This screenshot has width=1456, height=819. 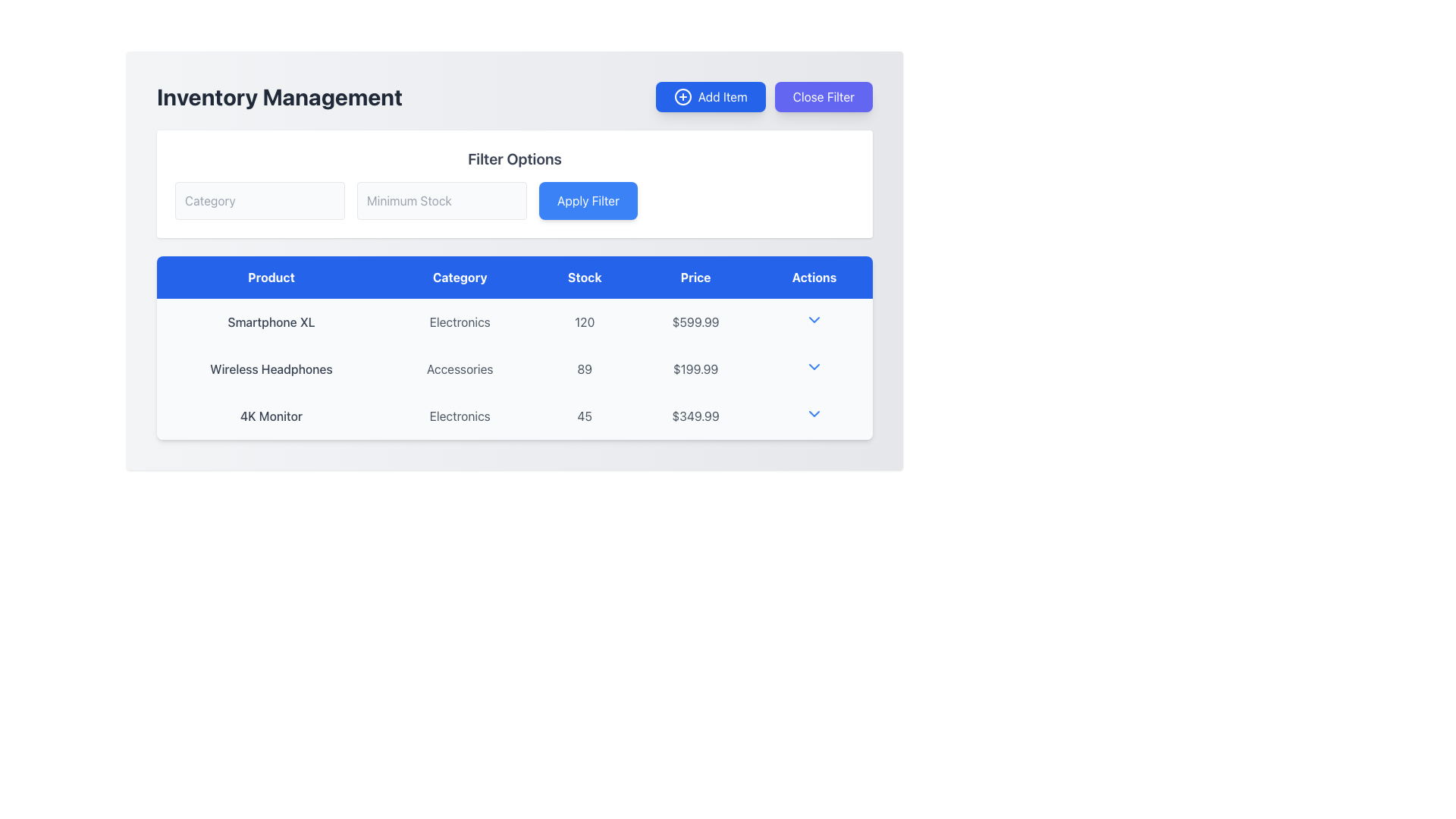 What do you see at coordinates (459, 369) in the screenshot?
I see `the Text Label that denotes the category of the product 'Wireless Headphones', positioned between 'Wireless Headphones' and '89' in the second row of the main table` at bounding box center [459, 369].